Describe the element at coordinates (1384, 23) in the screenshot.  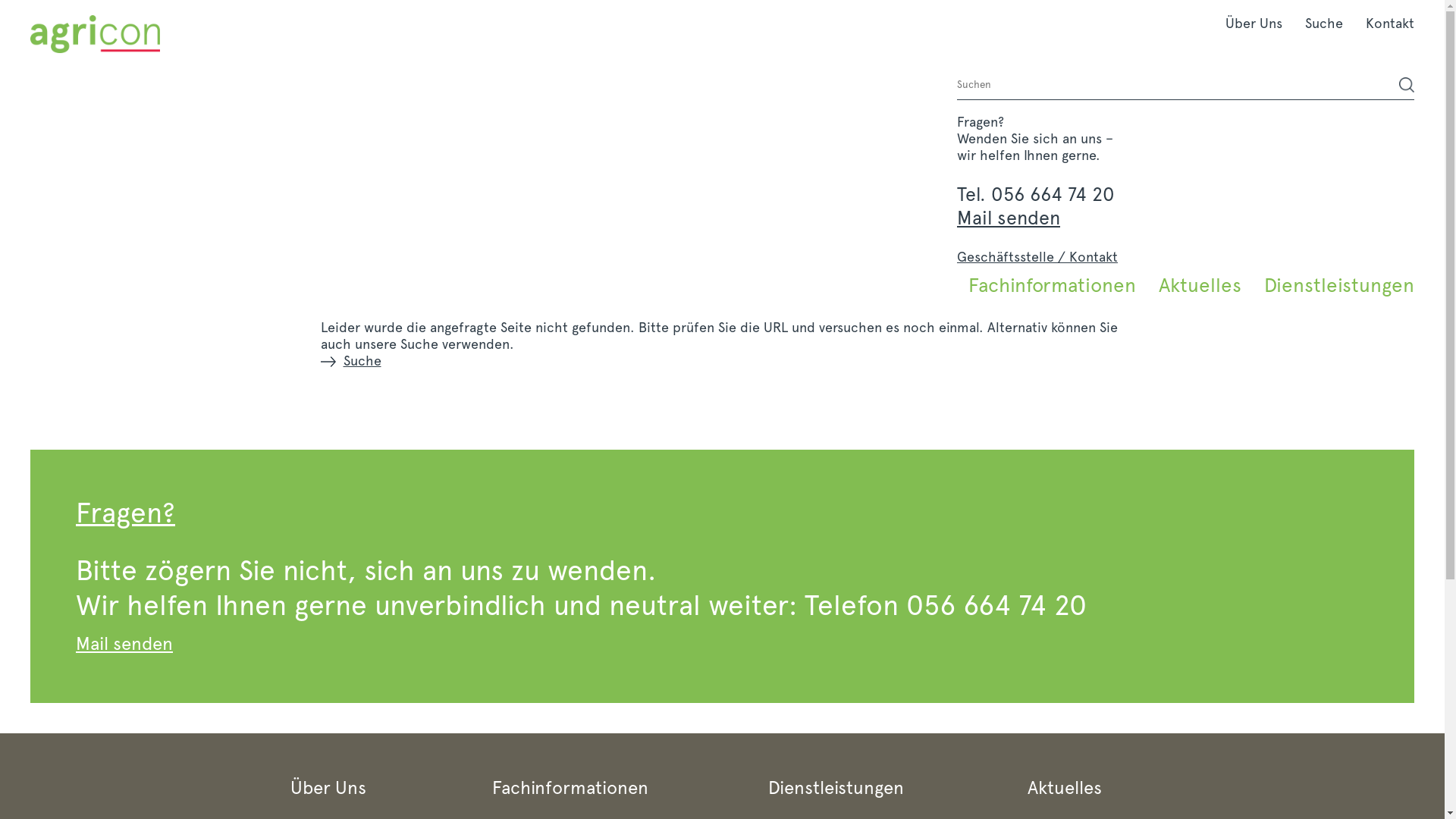
I see `'Kontakt'` at that location.